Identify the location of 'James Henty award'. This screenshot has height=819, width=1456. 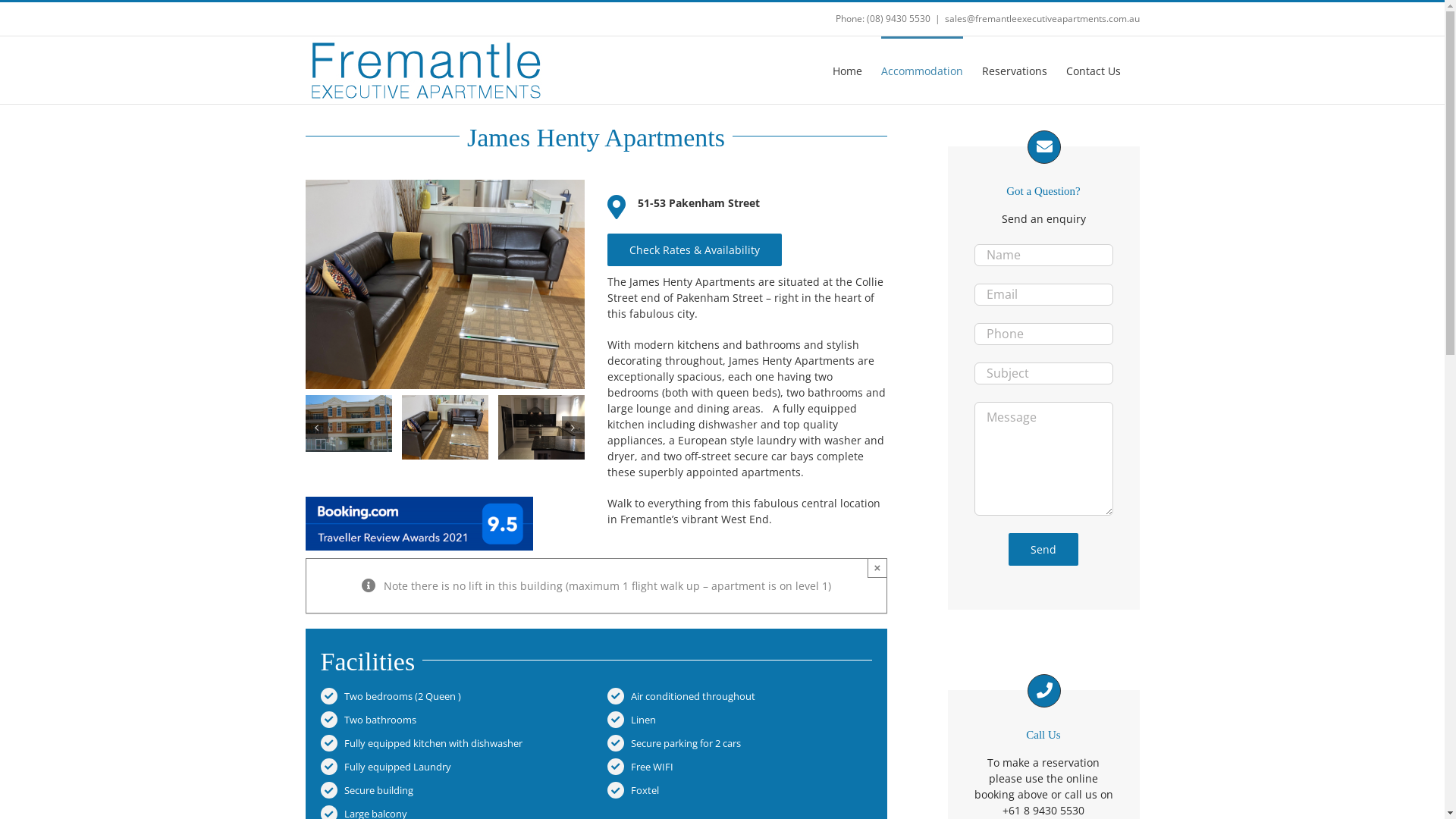
(419, 522).